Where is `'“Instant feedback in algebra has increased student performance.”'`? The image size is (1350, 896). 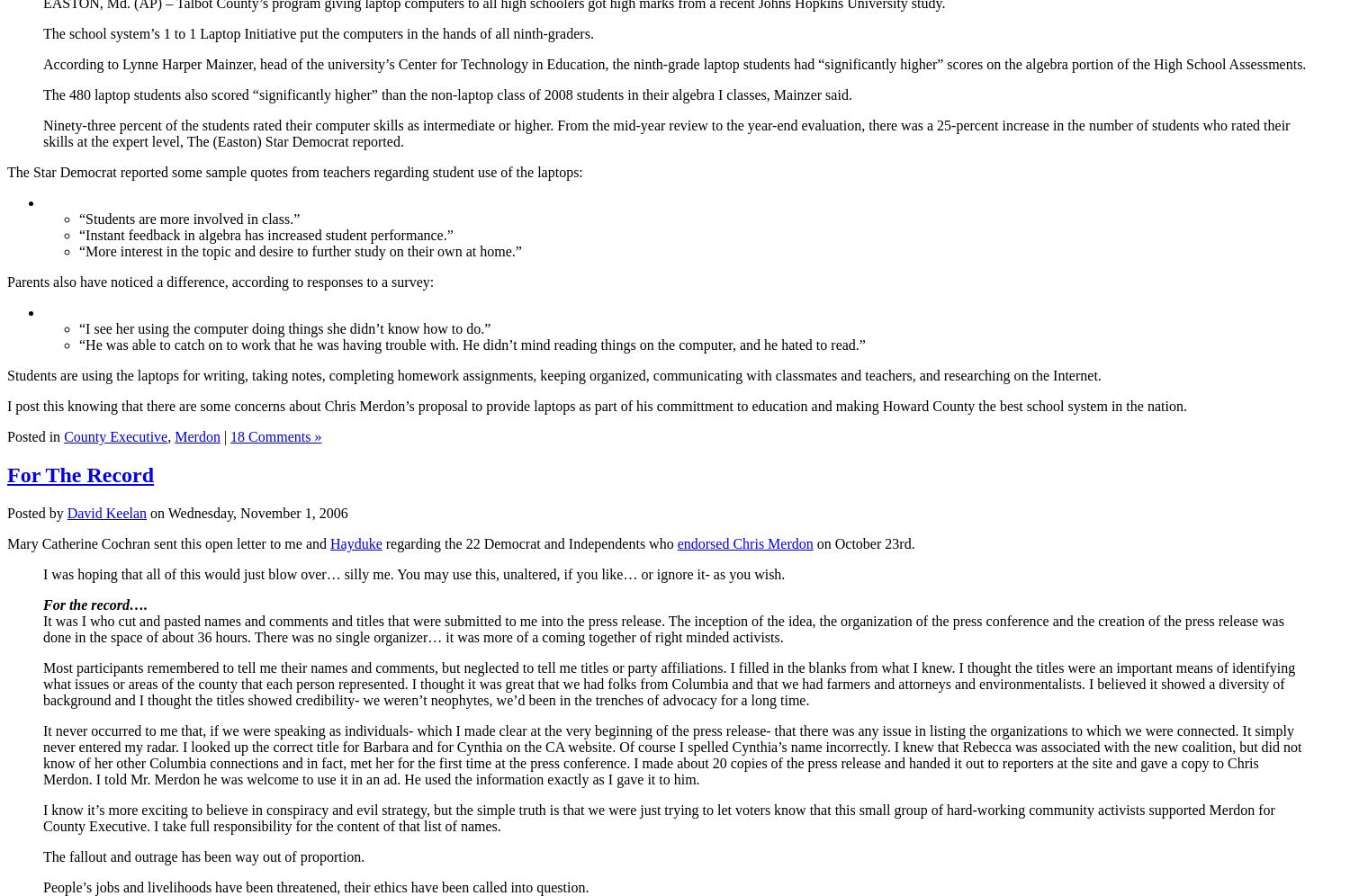
'“Instant feedback in algebra has increased student performance.”' is located at coordinates (265, 234).